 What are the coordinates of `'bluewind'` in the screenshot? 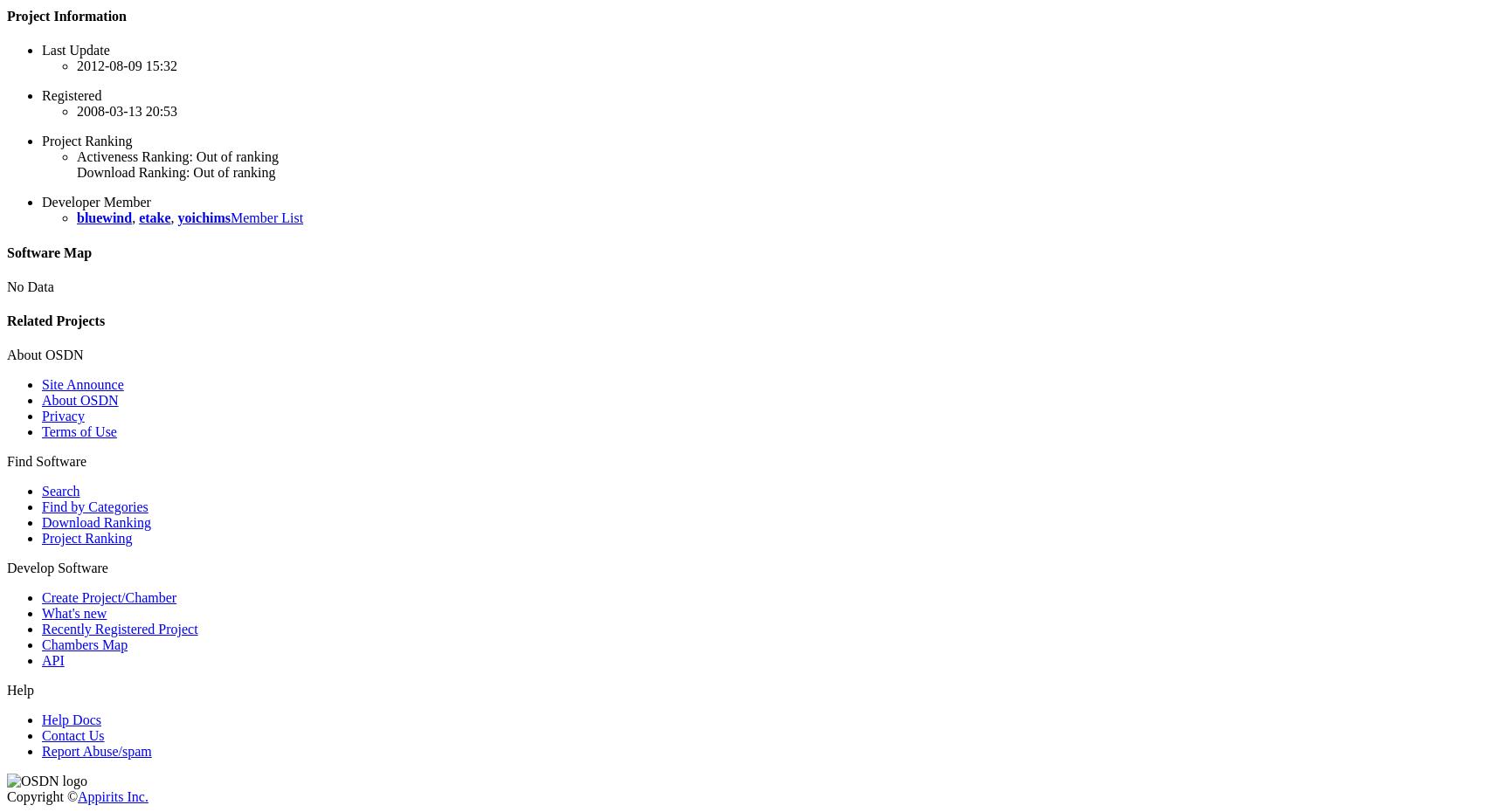 It's located at (103, 217).